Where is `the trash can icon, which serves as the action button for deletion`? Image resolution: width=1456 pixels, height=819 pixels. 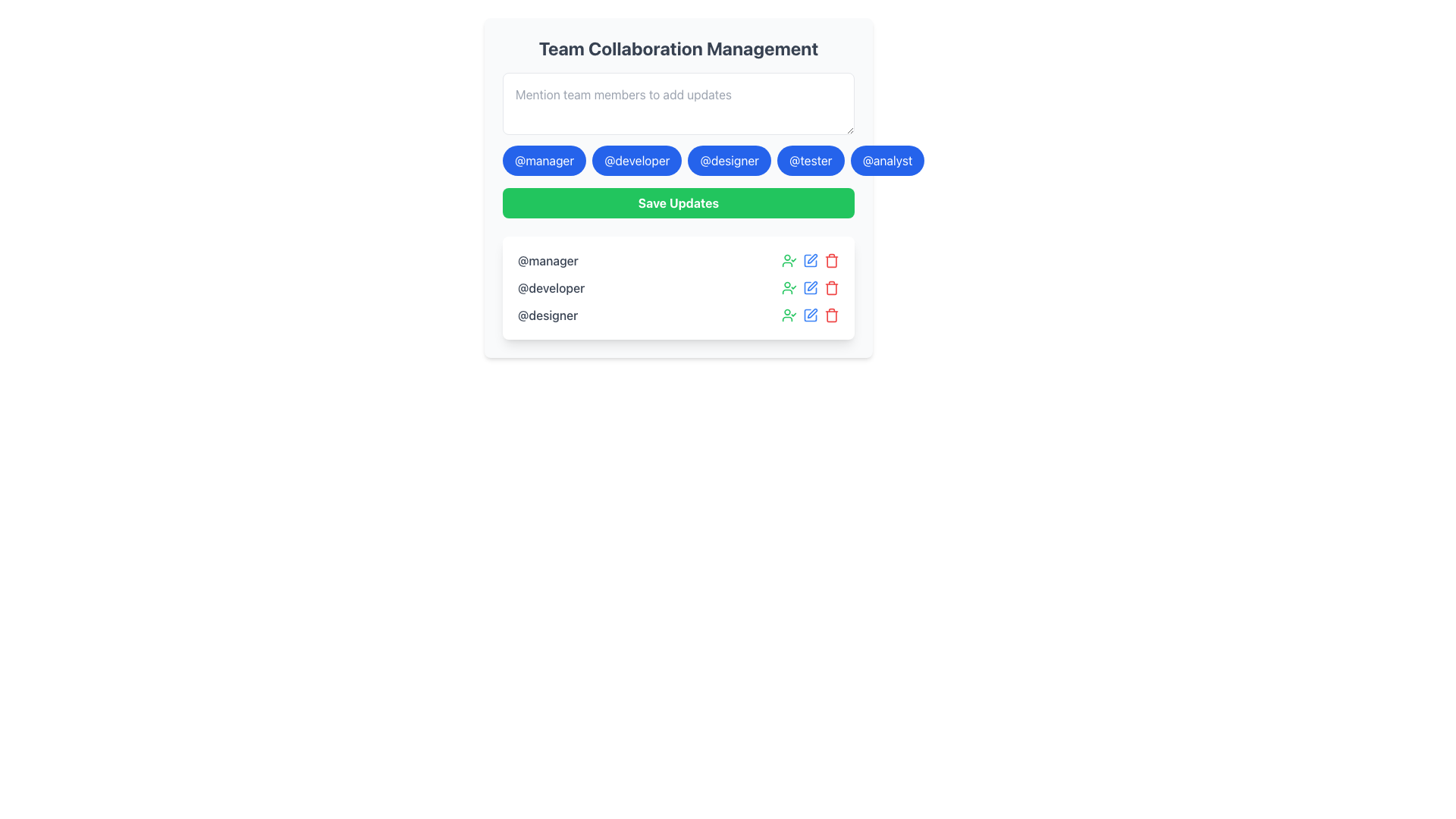
the trash can icon, which serves as the action button for deletion is located at coordinates (831, 260).